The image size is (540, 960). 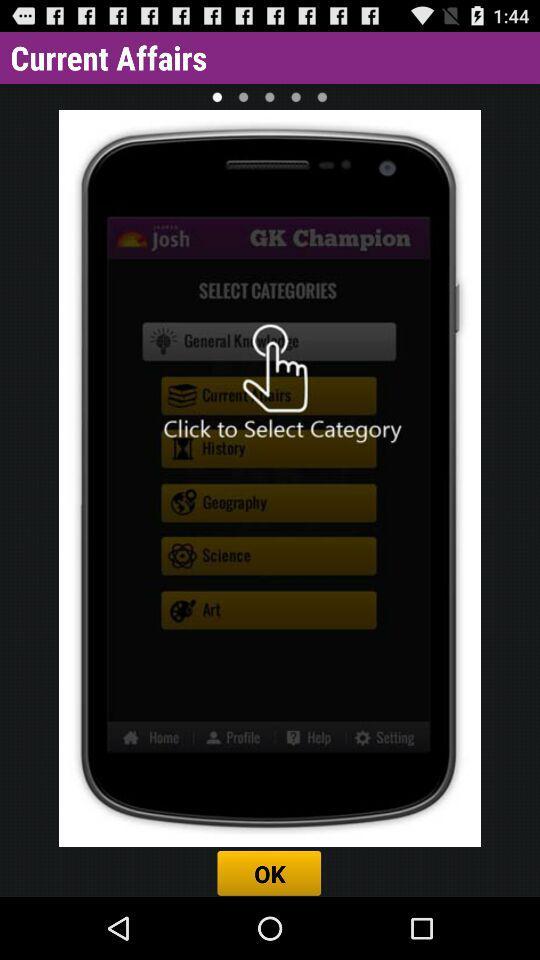 I want to click on the ok at the bottom, so click(x=270, y=872).